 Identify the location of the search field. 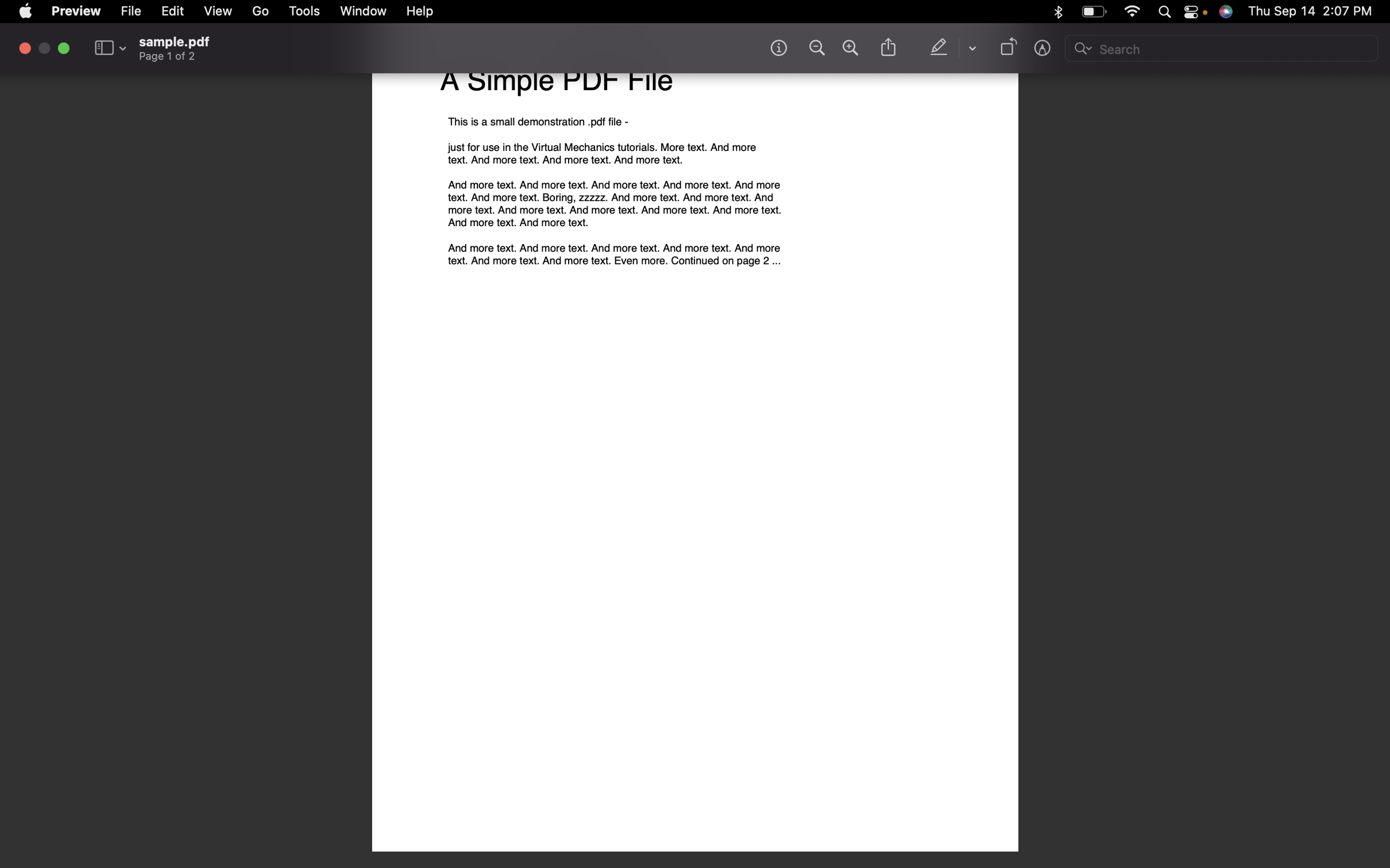
(1222, 49).